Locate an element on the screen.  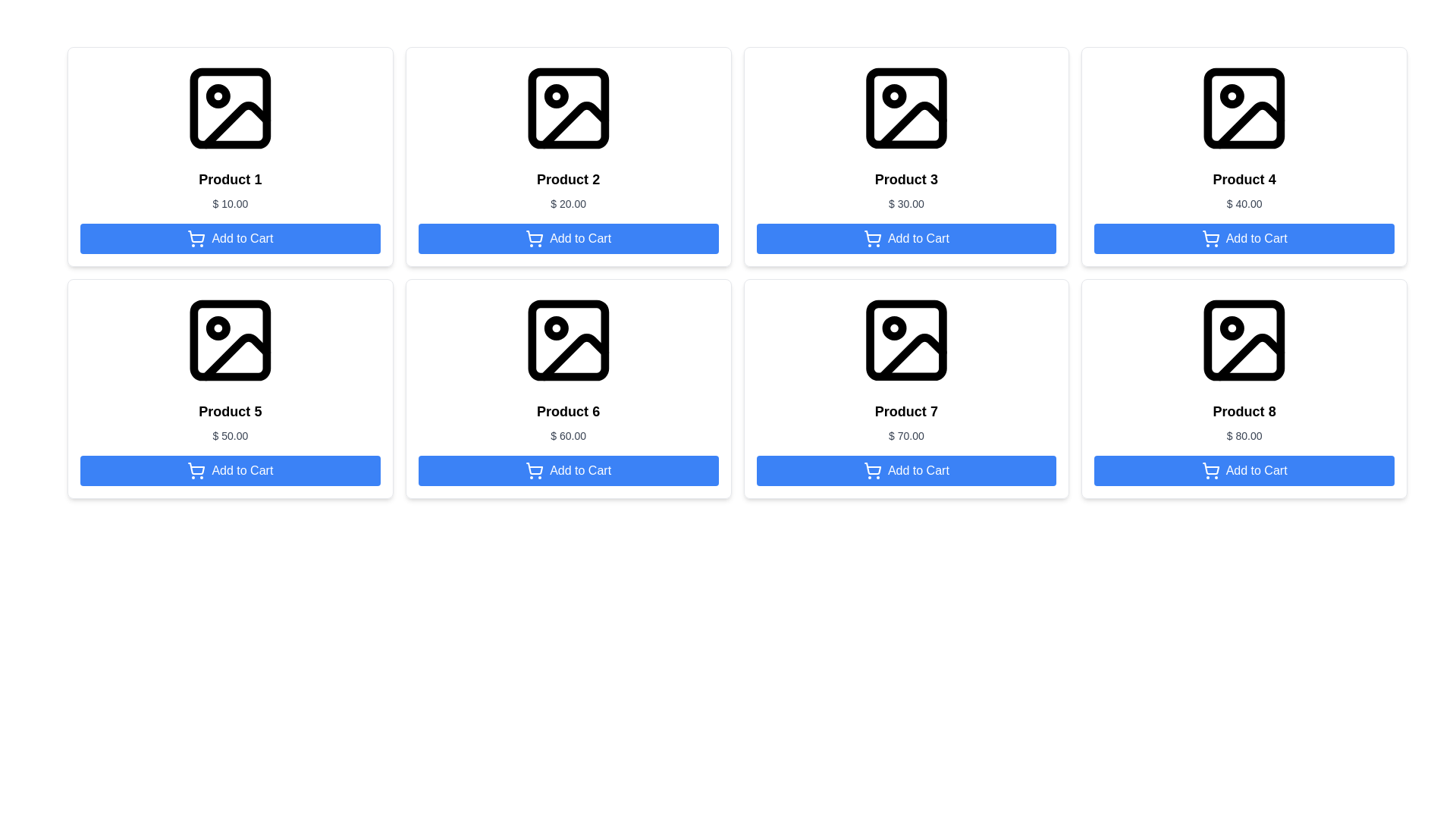
the button labeled 'Product 4' at the bottom of its product card is located at coordinates (1244, 239).